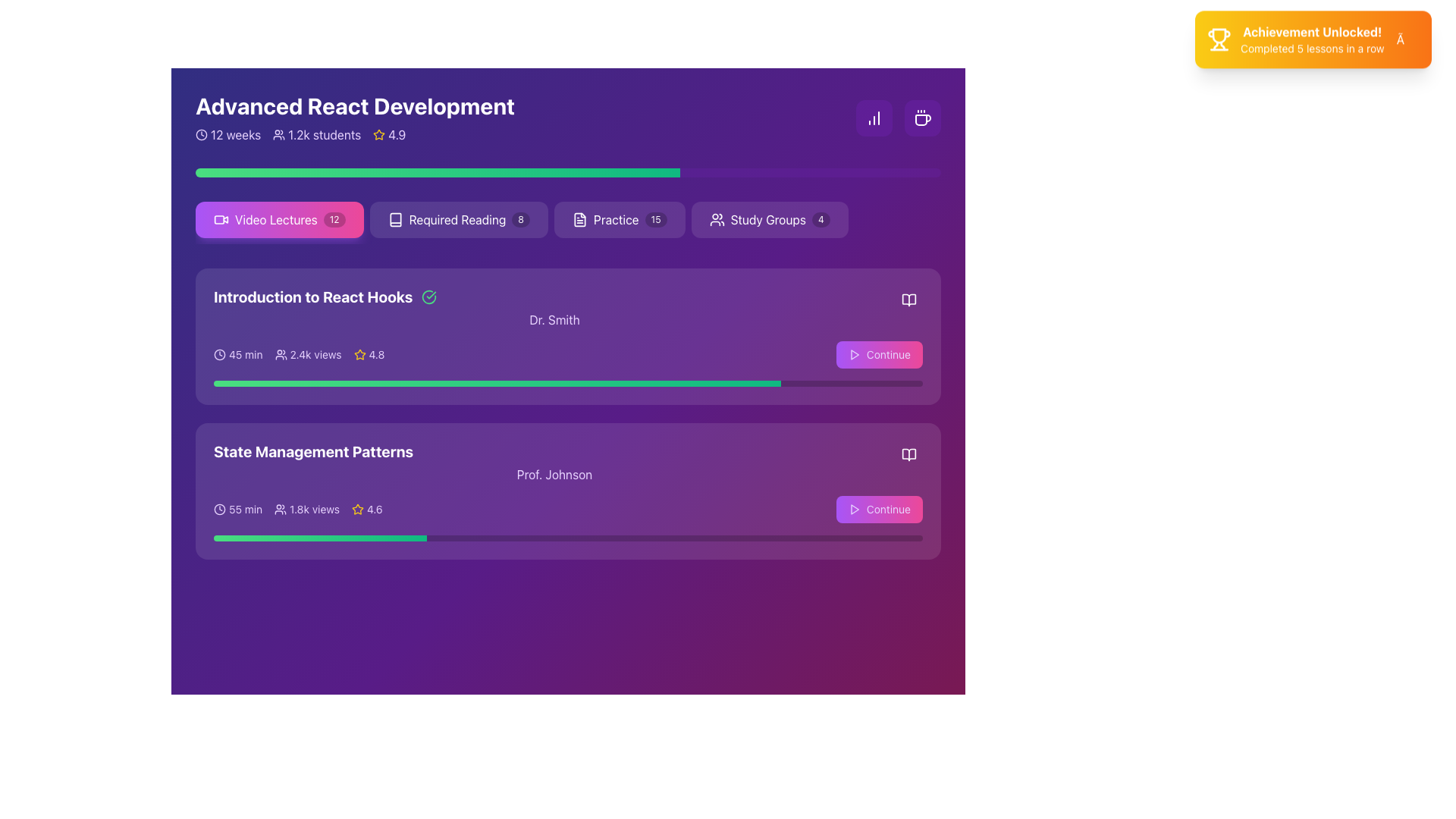 This screenshot has height=819, width=1456. What do you see at coordinates (909, 300) in the screenshot?
I see `the reading or literature icon located in the top right corner of the 'Introduction to React Hooks' card, adjacent to the 'Continue' button` at bounding box center [909, 300].